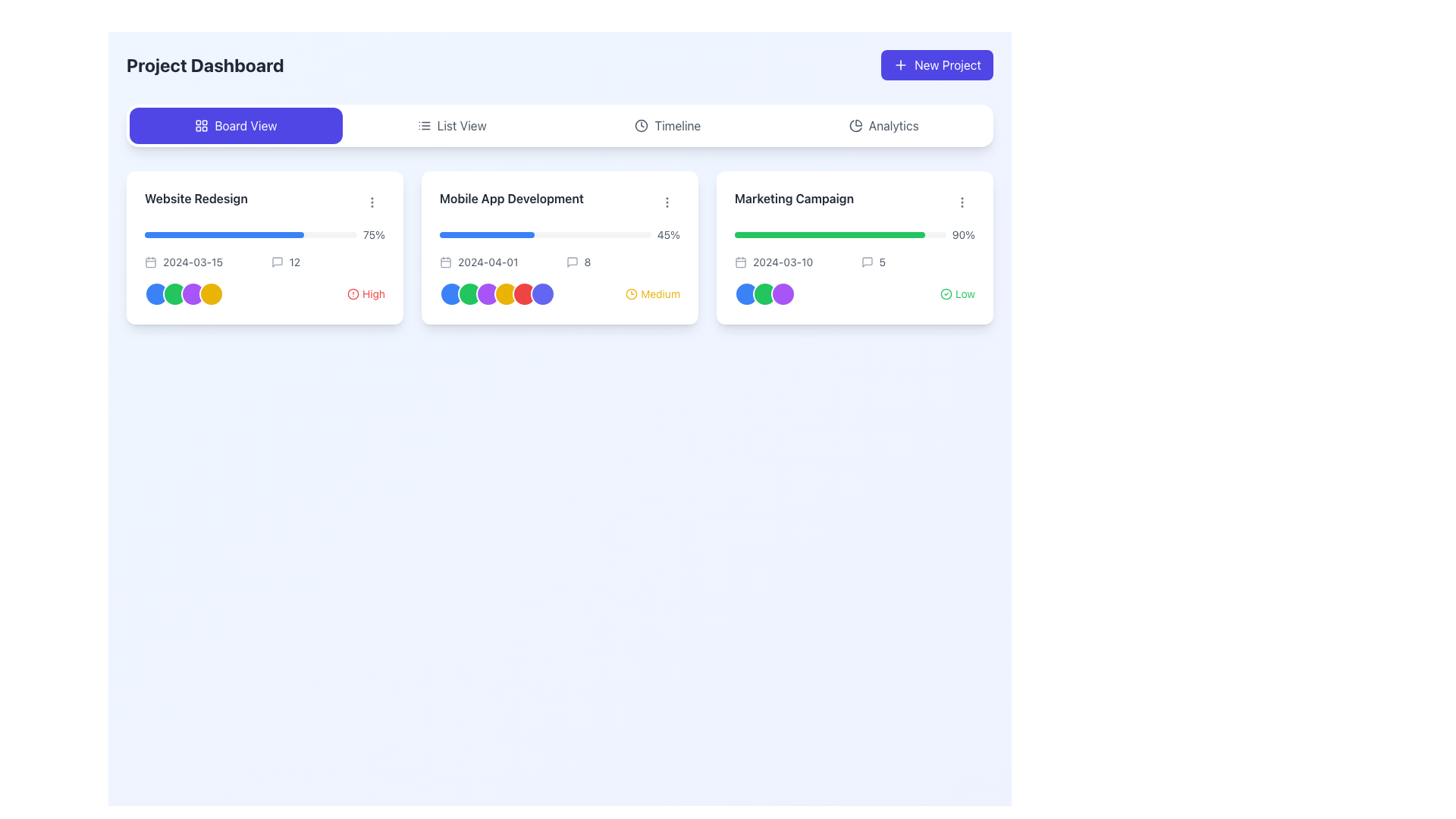 This screenshot has height=819, width=1456. What do you see at coordinates (277, 262) in the screenshot?
I see `the Message/Comment Indicator icon located in the 'Website Redesign' card, which resembles a speech bubble and is positioned next to the count '12'` at bounding box center [277, 262].